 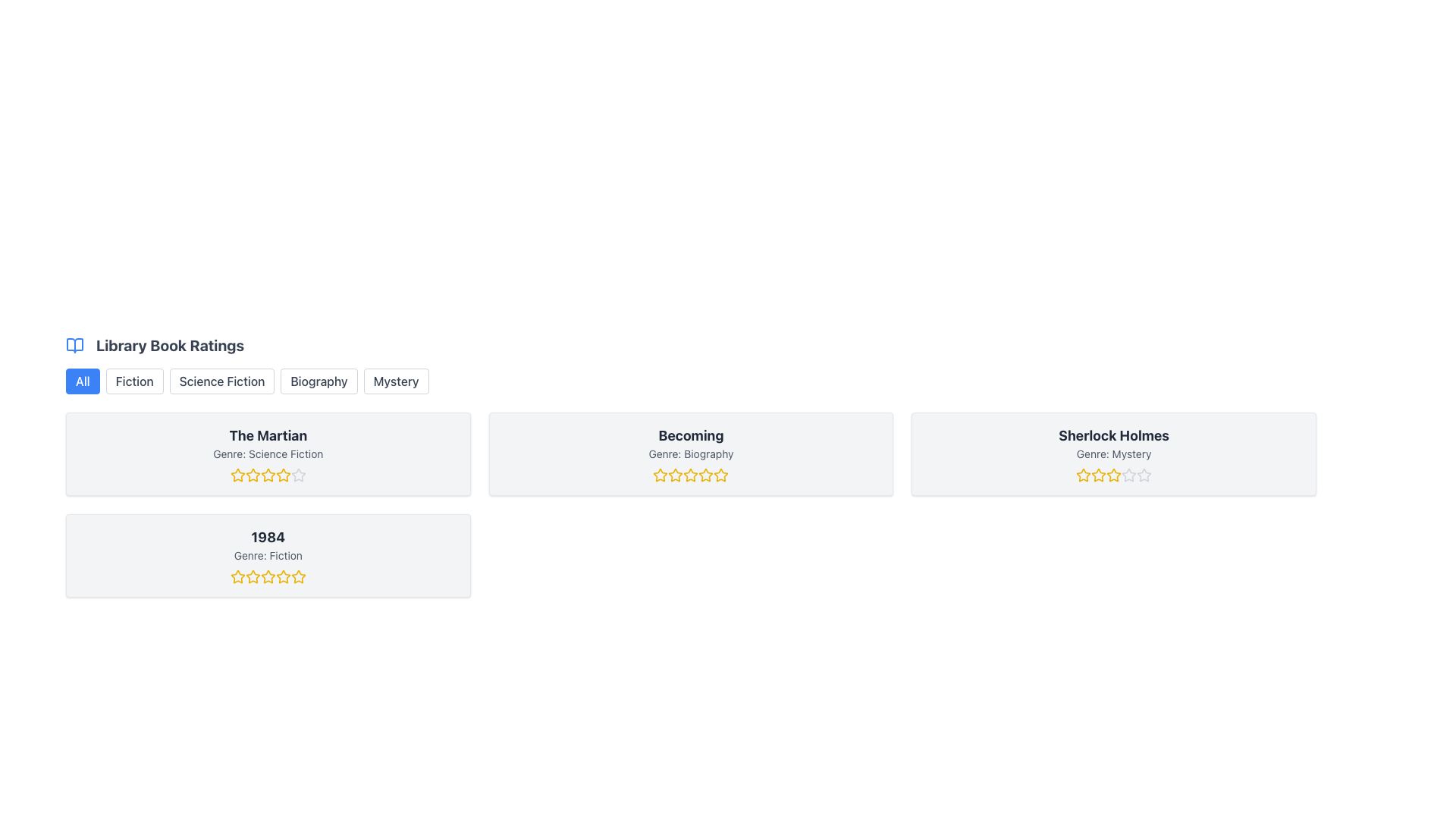 What do you see at coordinates (253, 474) in the screenshot?
I see `the second star in the rating section below the title 'The Martian' to provide a rating of 2 stars` at bounding box center [253, 474].